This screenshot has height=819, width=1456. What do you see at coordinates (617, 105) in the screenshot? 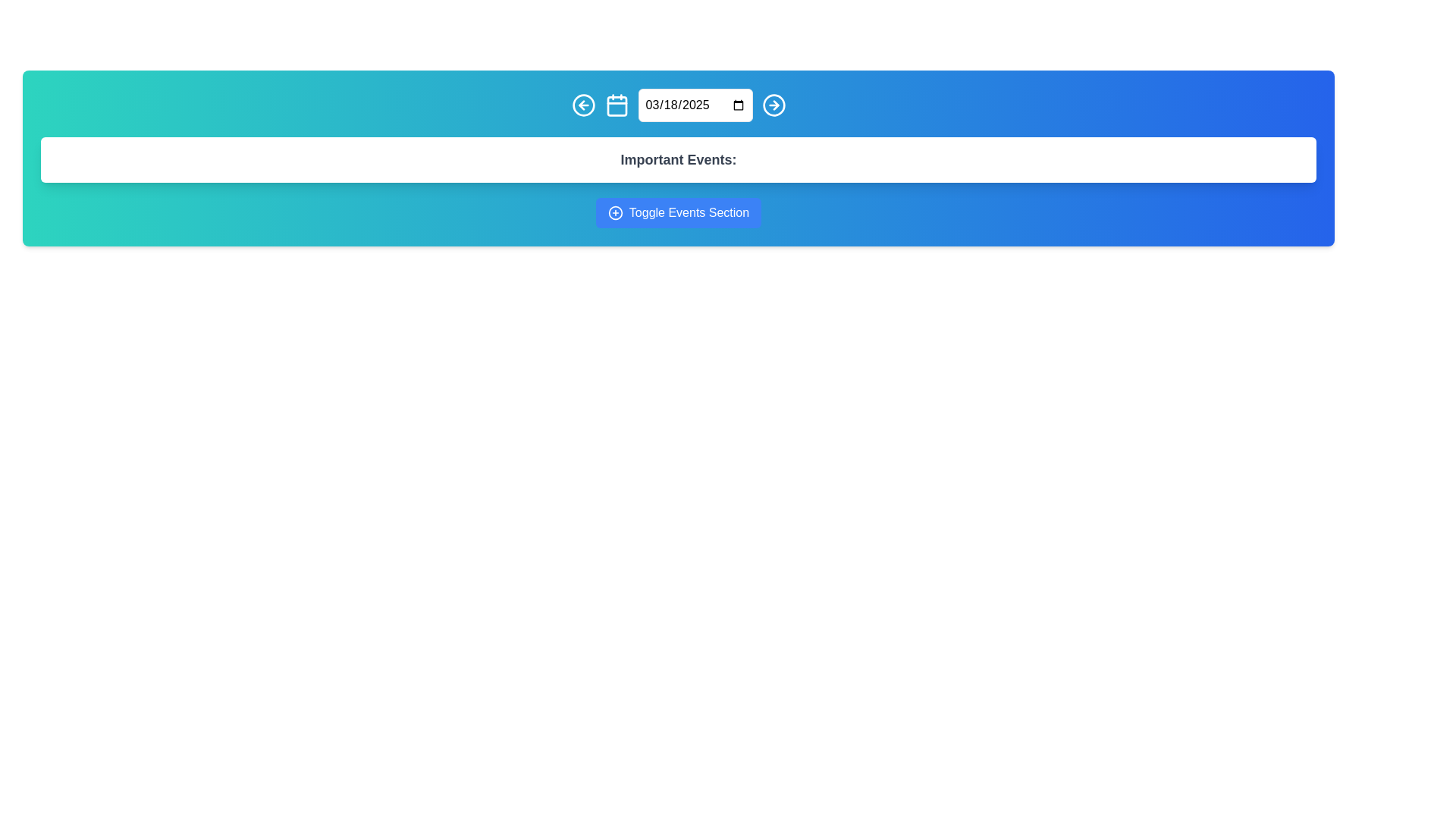
I see `the small, square calendar icon with a vibrant blue background` at bounding box center [617, 105].